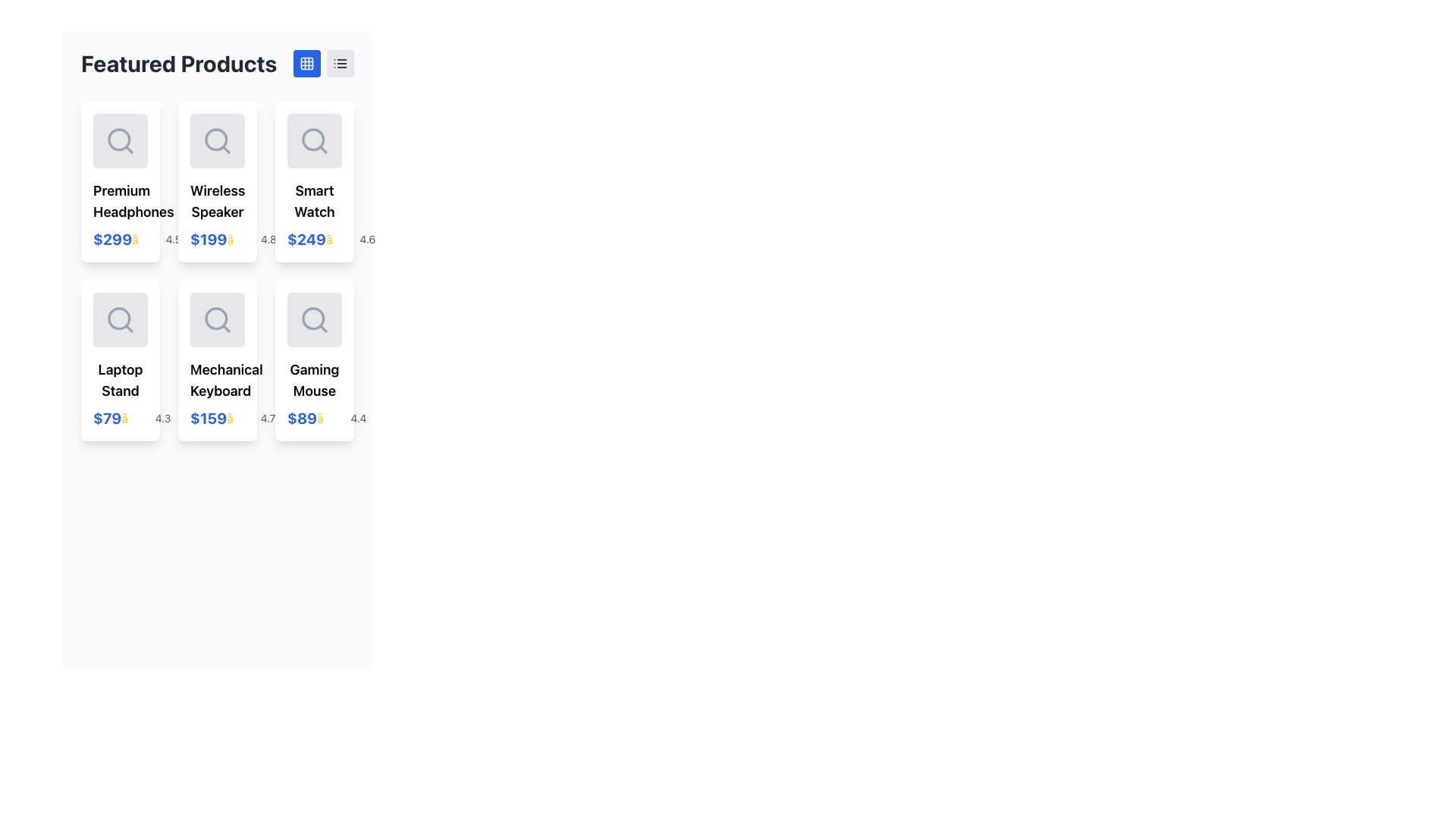 Image resolution: width=1456 pixels, height=819 pixels. I want to click on the numeric rating score for the 'Wireless Speaker' located in the second row of product items, positioned below the price and to the right of the yellow star icon, so click(268, 239).